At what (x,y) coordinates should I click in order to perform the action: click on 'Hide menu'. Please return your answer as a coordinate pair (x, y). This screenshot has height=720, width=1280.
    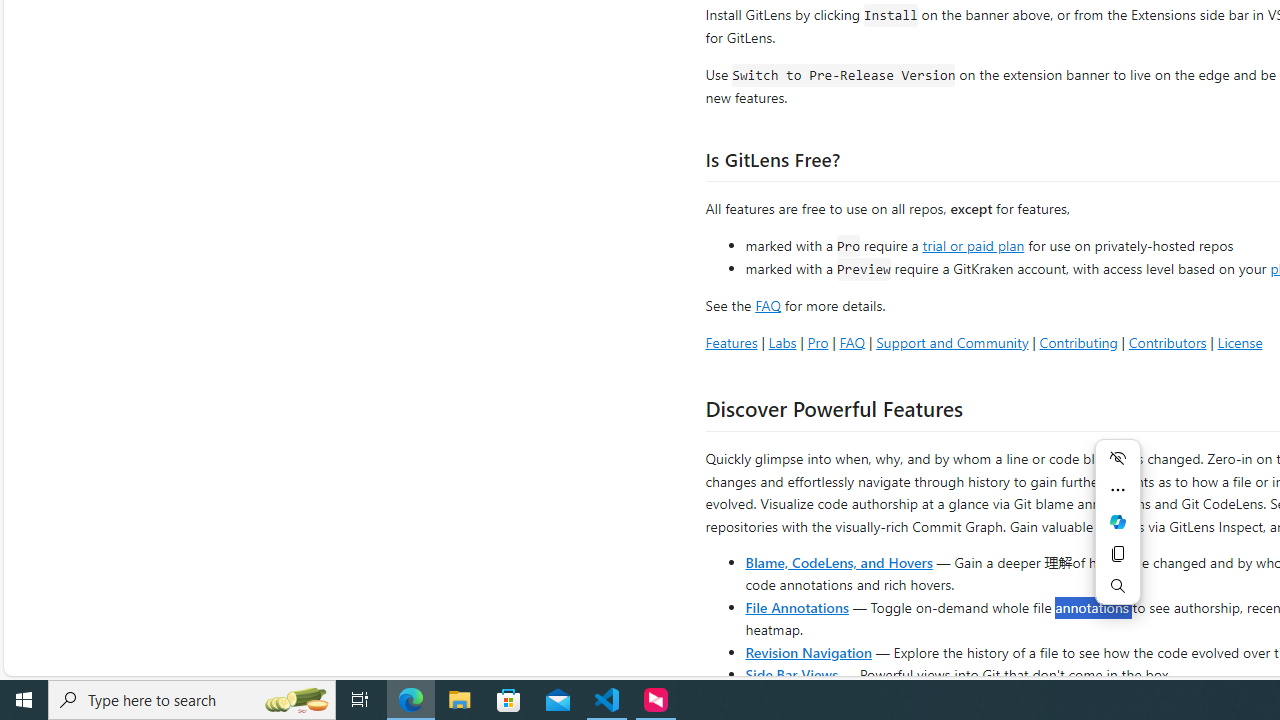
    Looking at the image, I should click on (1117, 457).